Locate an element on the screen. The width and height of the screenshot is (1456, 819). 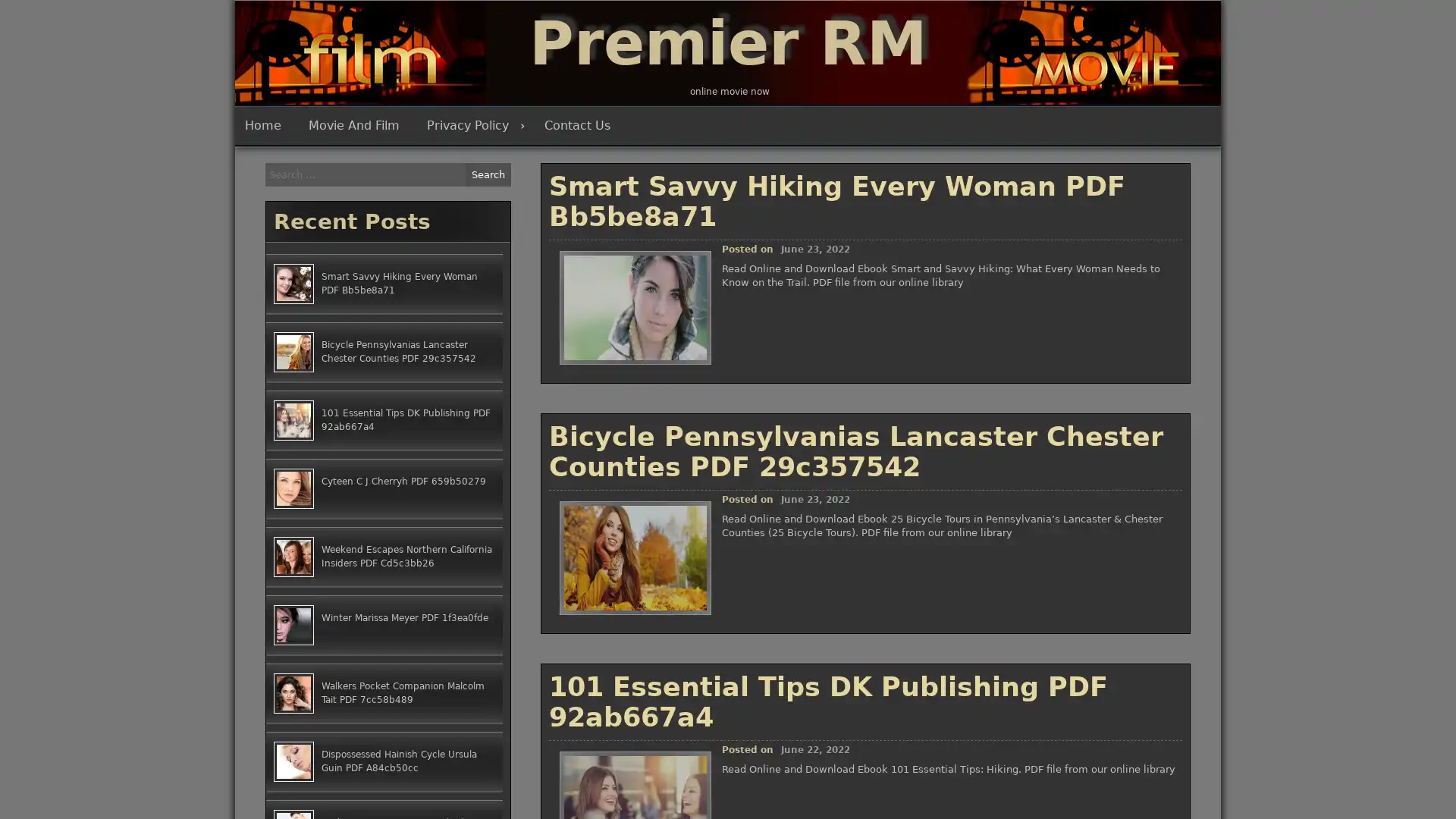
Search is located at coordinates (488, 174).